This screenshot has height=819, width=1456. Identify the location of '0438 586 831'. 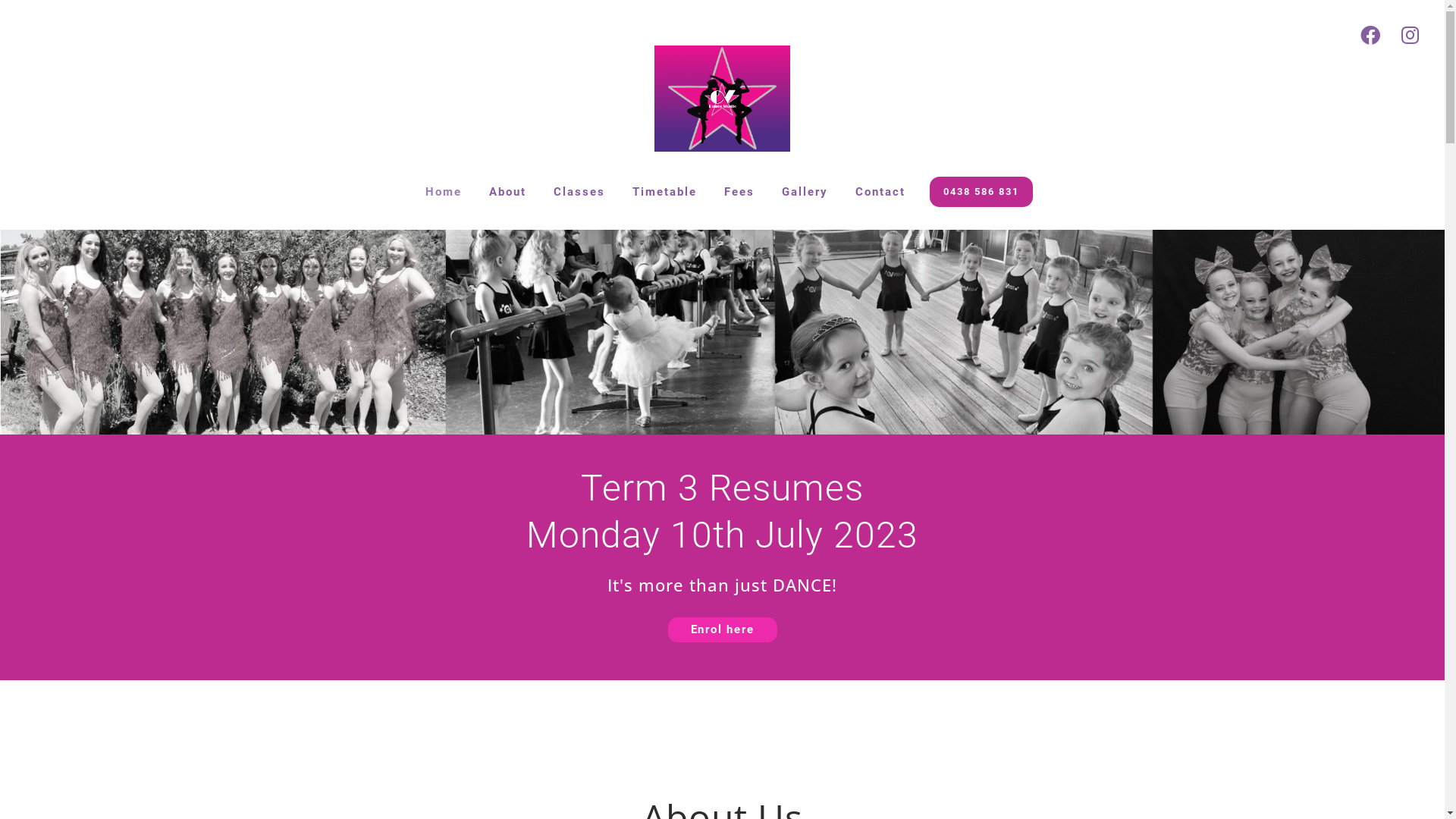
(981, 191).